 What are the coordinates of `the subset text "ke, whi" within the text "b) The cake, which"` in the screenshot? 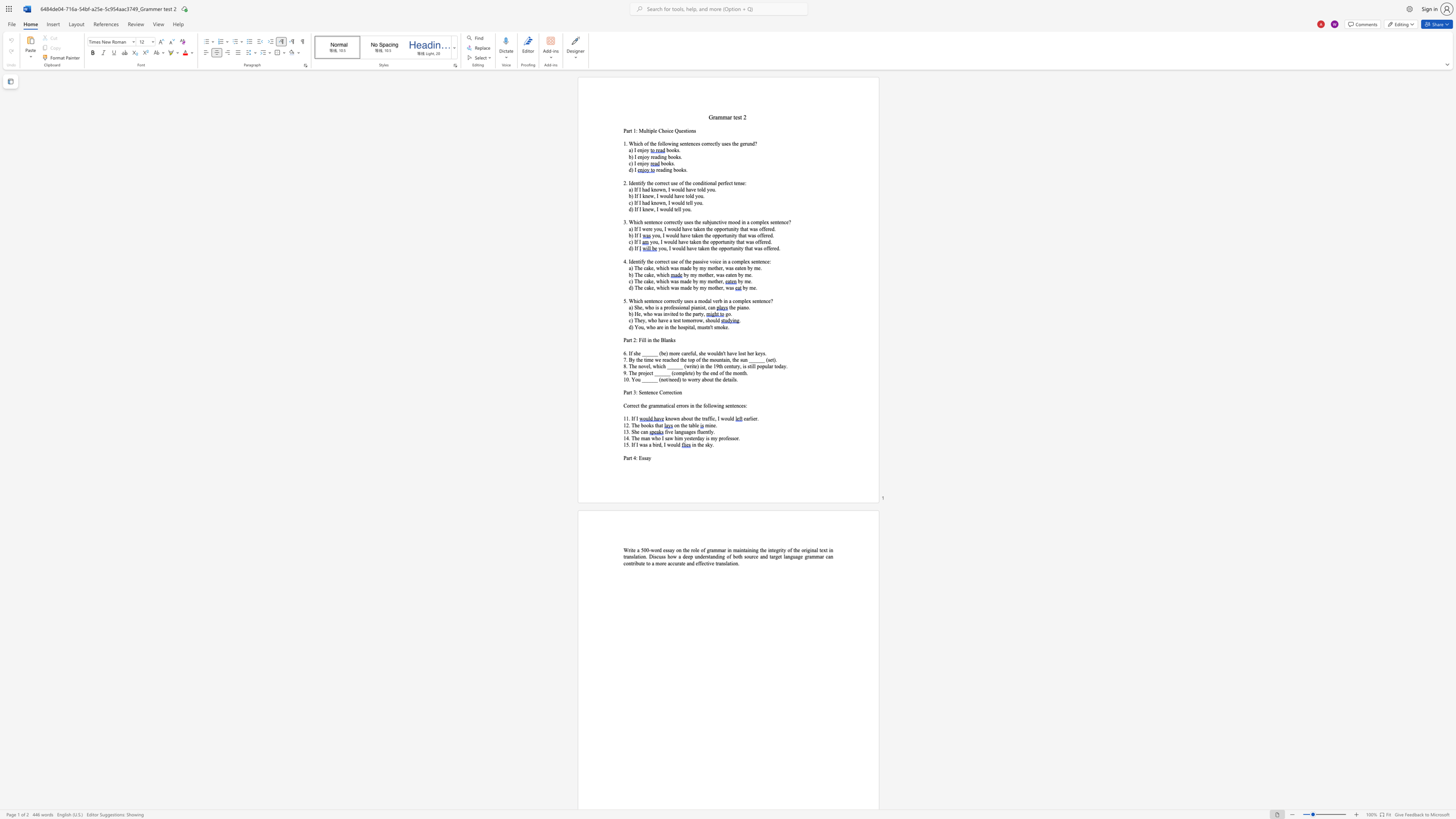 It's located at (648, 275).